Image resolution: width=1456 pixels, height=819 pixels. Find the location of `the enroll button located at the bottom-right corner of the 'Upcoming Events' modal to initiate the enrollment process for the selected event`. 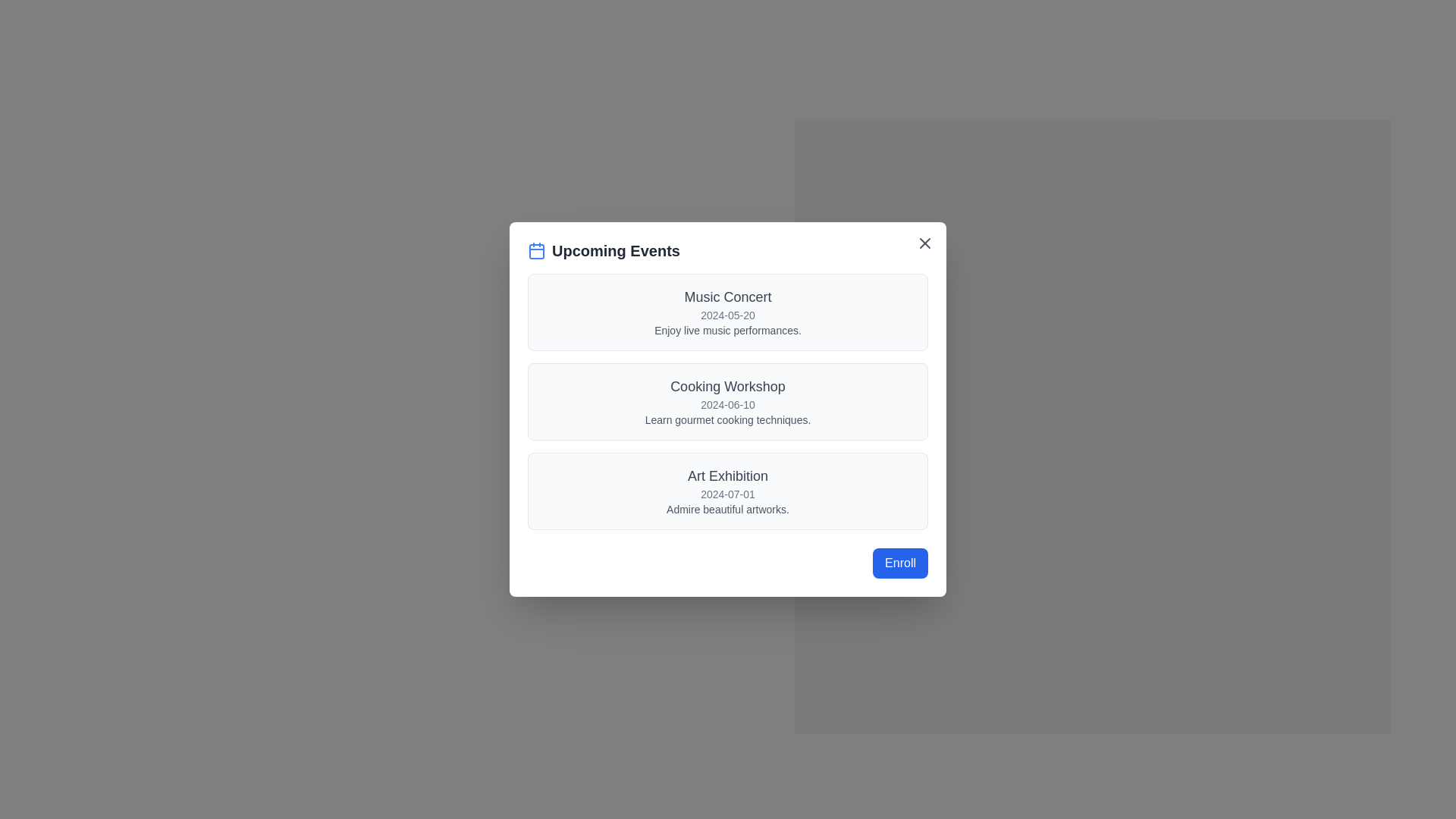

the enroll button located at the bottom-right corner of the 'Upcoming Events' modal to initiate the enrollment process for the selected event is located at coordinates (900, 563).